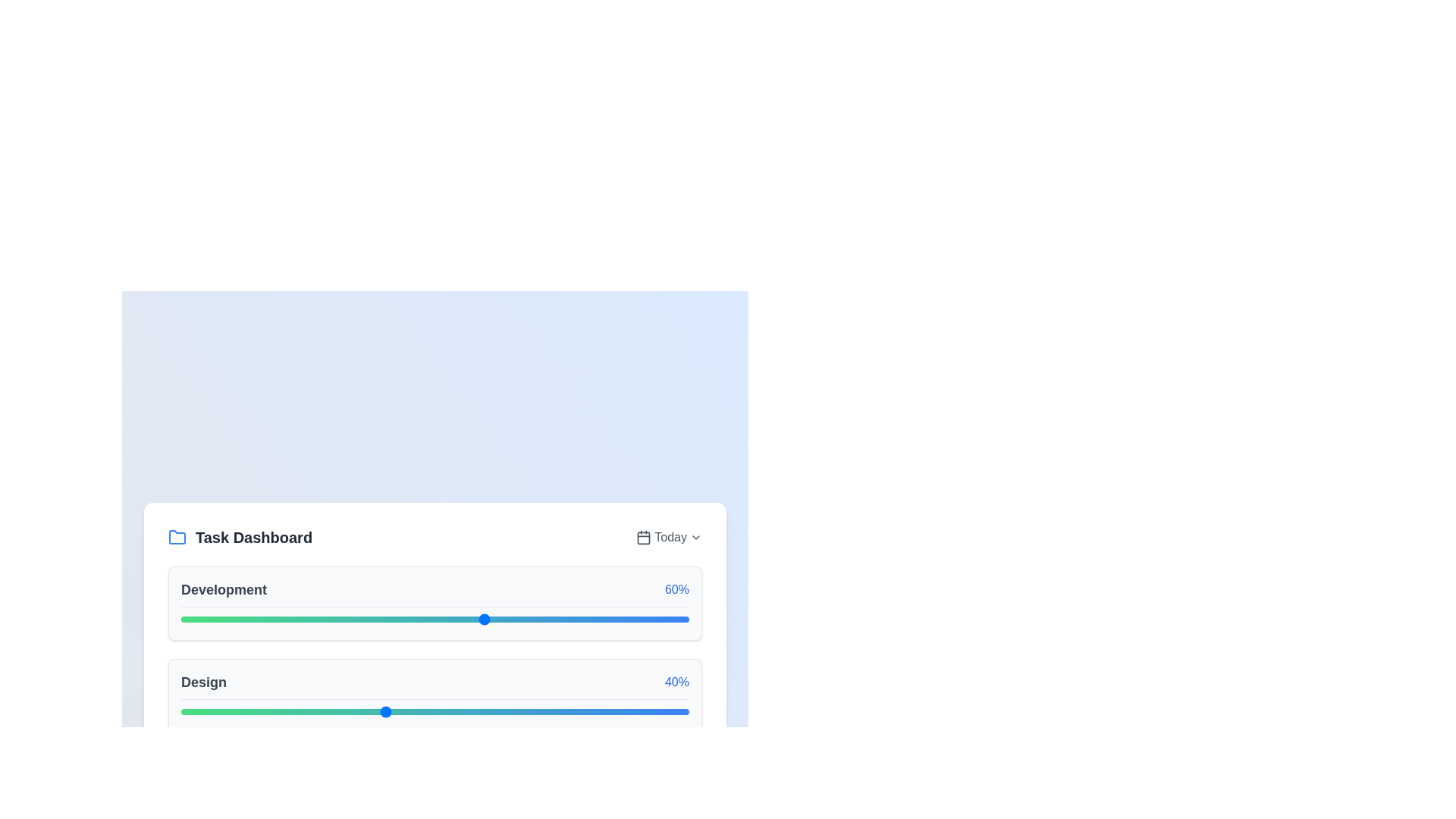 The image size is (1456, 819). Describe the element at coordinates (439, 620) in the screenshot. I see `the slider` at that location.